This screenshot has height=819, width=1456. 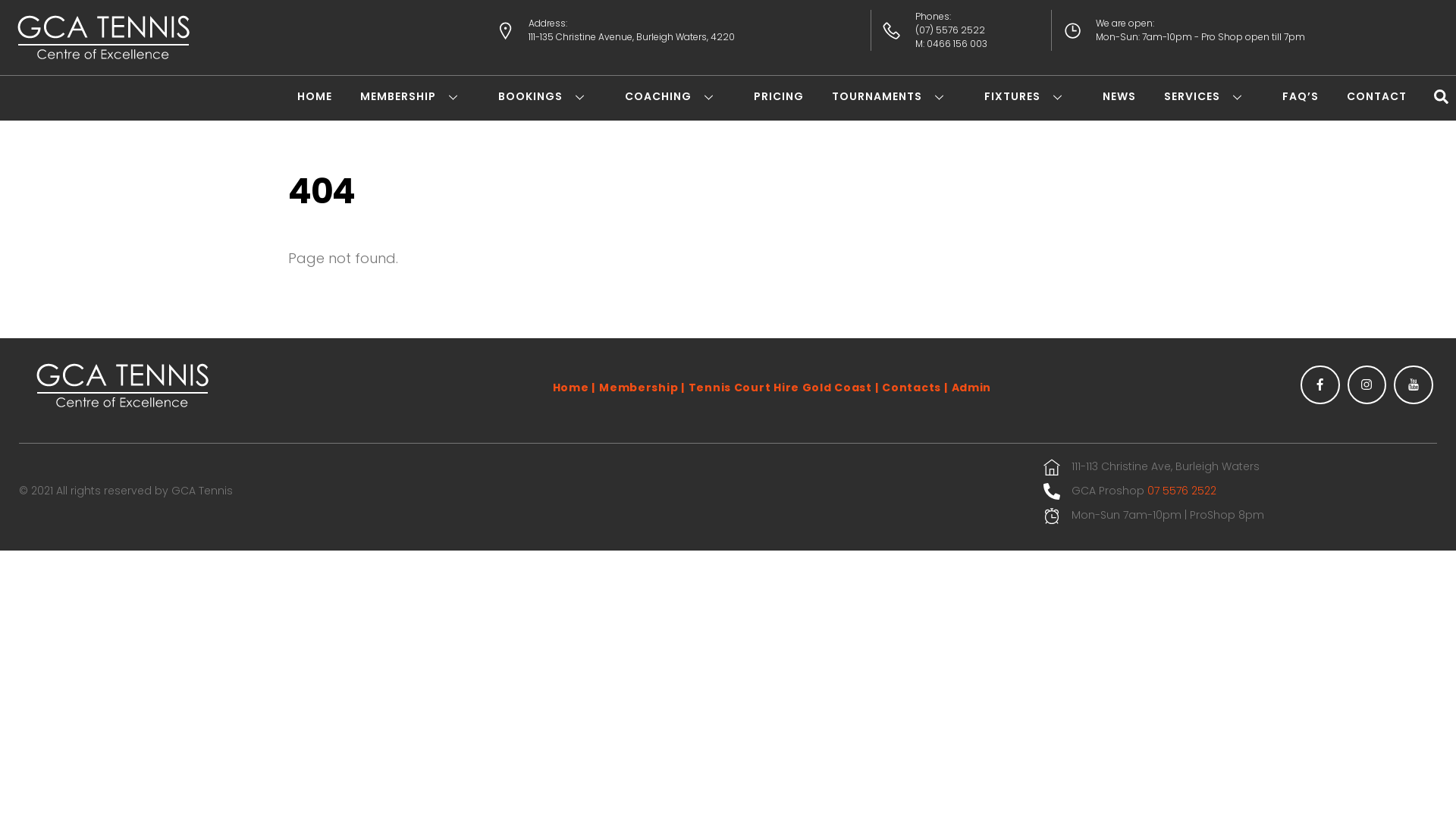 What do you see at coordinates (498, 96) in the screenshot?
I see `'BOOKINGS'` at bounding box center [498, 96].